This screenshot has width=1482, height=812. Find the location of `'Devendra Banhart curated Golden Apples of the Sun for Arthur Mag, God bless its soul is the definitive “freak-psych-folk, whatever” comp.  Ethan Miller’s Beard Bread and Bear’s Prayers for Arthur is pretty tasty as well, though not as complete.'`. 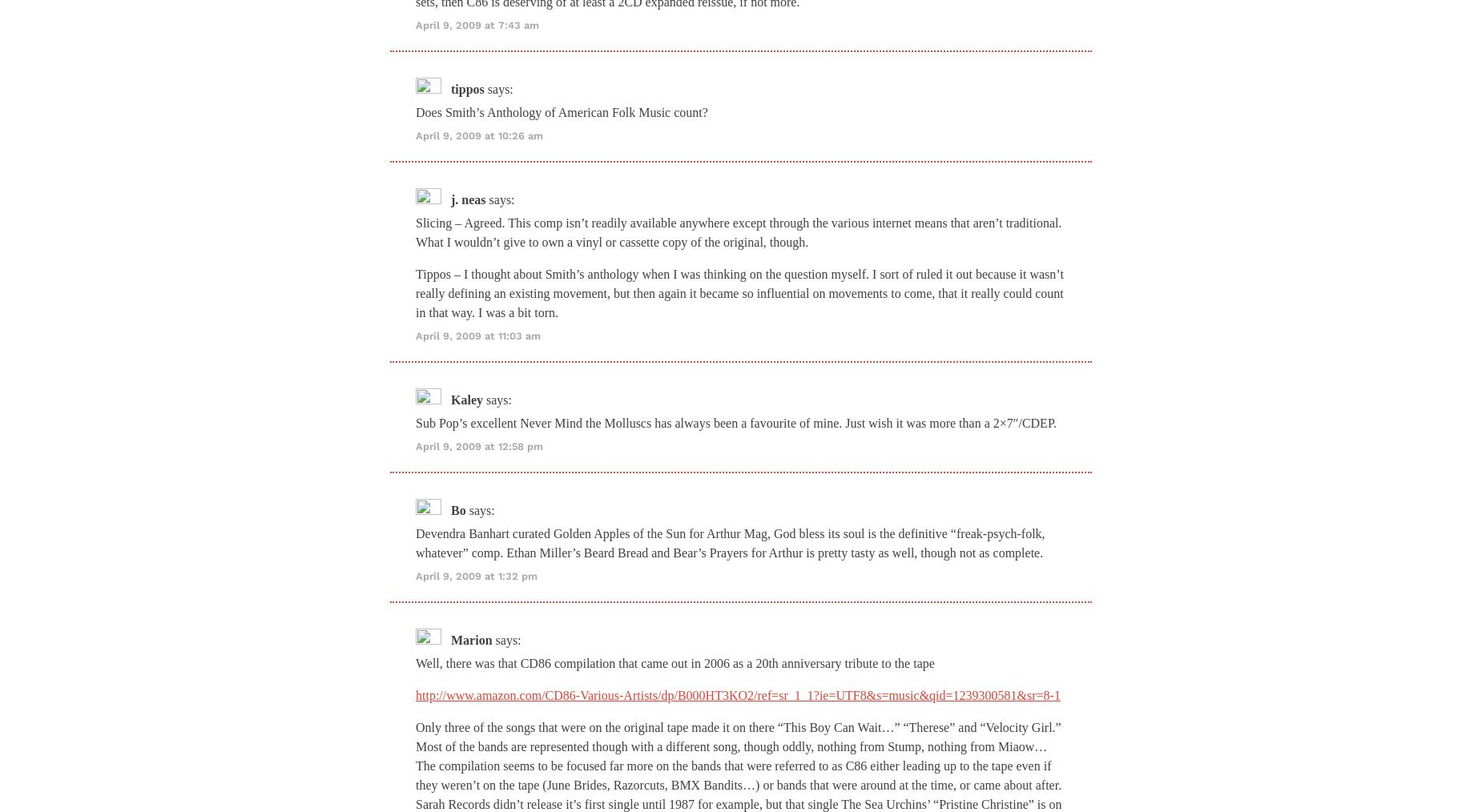

'Devendra Banhart curated Golden Apples of the Sun for Arthur Mag, God bless its soul is the definitive “freak-psych-folk, whatever” comp.  Ethan Miller’s Beard Bread and Bear’s Prayers for Arthur is pretty tasty as well, though not as complete.' is located at coordinates (415, 541).